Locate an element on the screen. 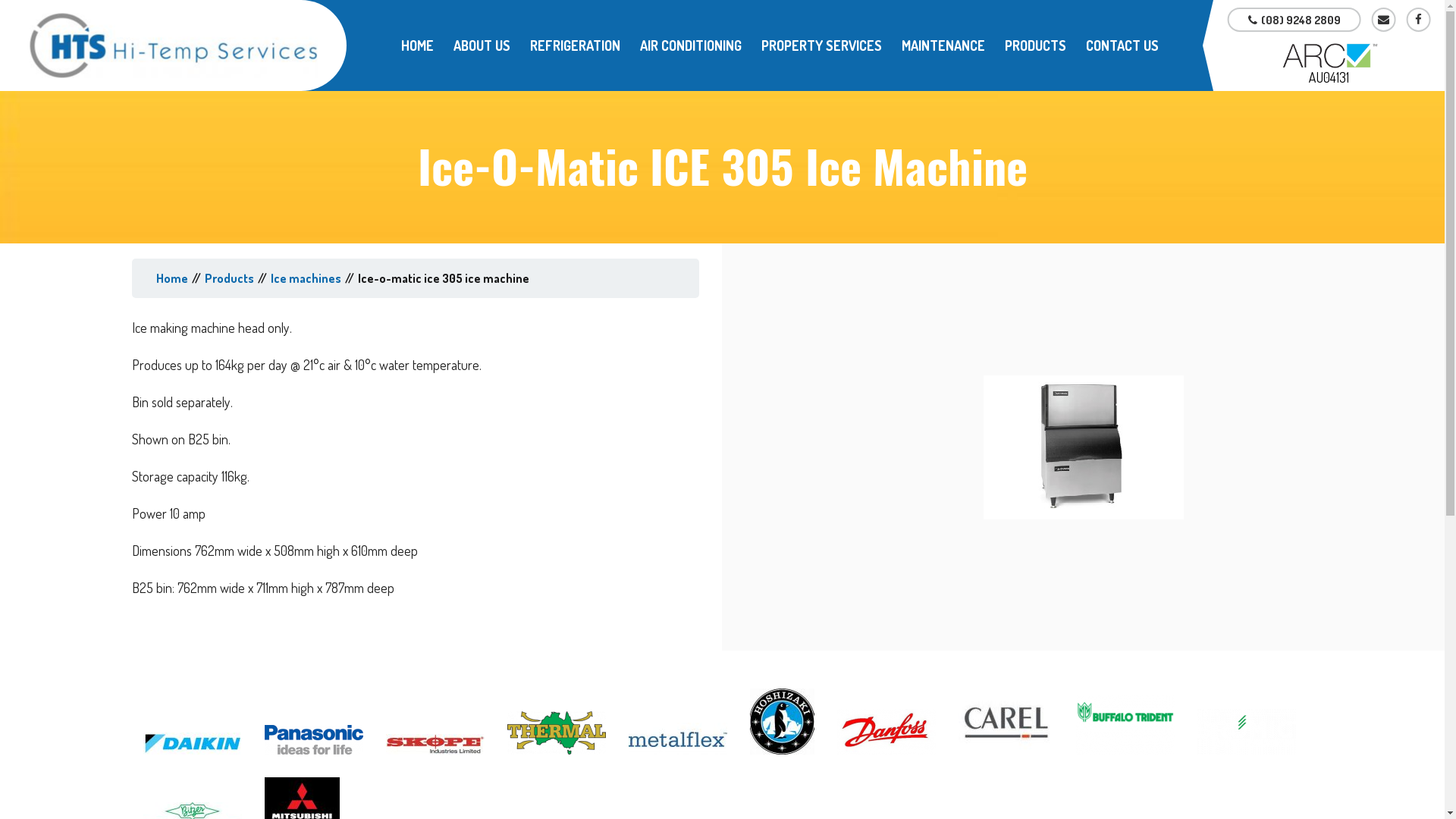 The width and height of the screenshot is (1456, 819). 'PRODUCTS' is located at coordinates (994, 45).